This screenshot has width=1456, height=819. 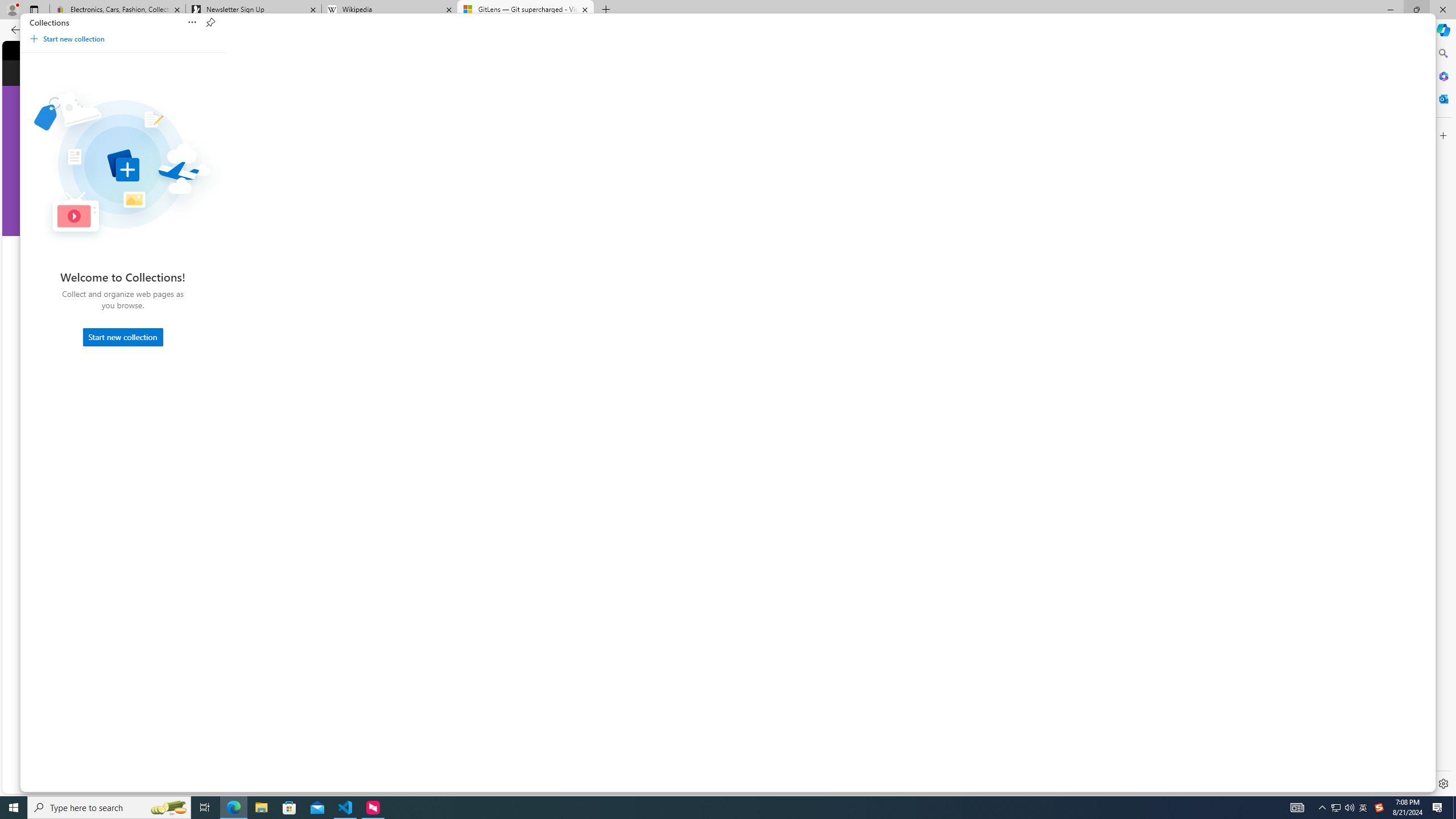 I want to click on 'Start new collection', so click(x=123, y=336).